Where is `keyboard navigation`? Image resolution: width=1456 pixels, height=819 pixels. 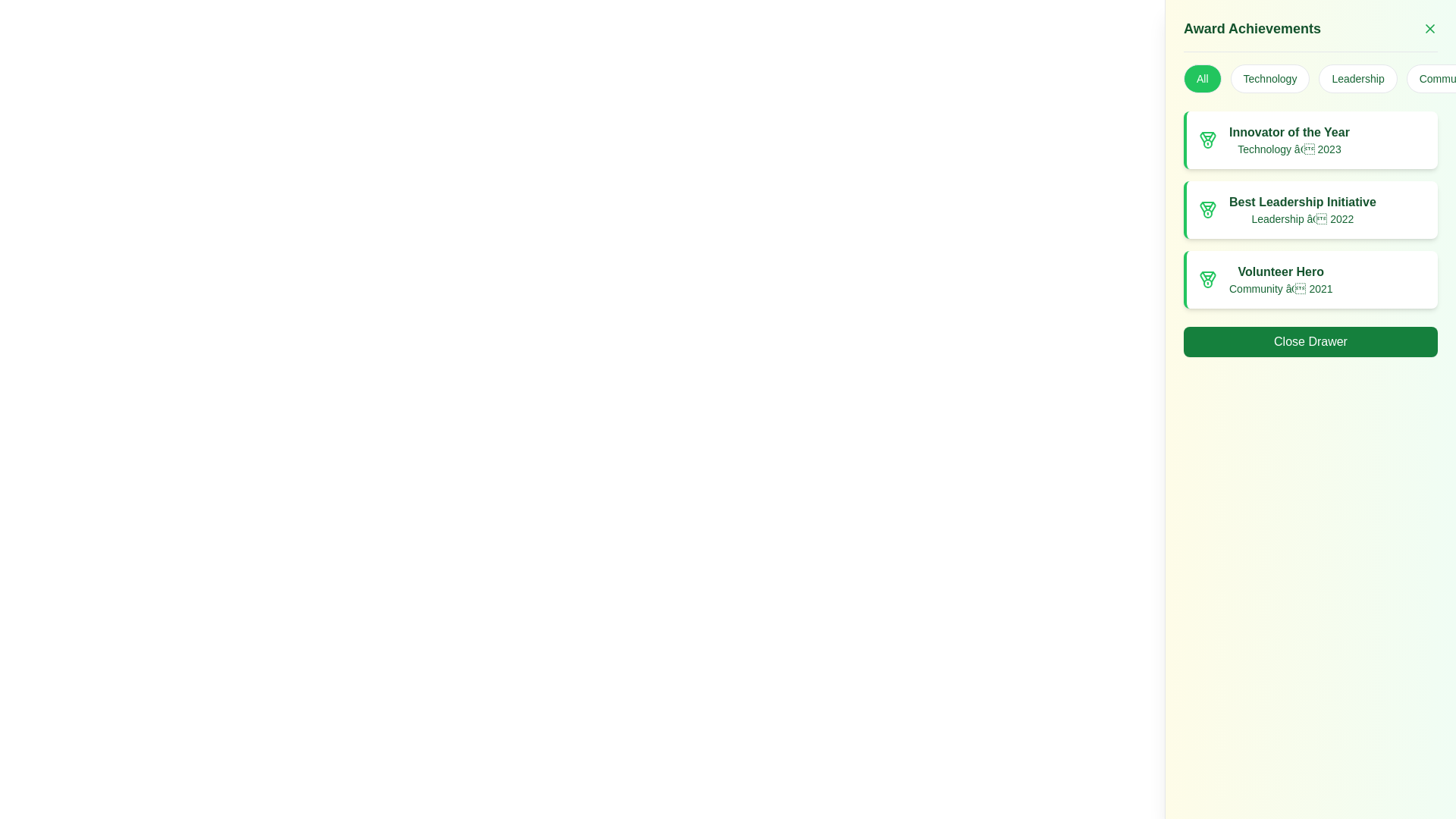 keyboard navigation is located at coordinates (1310, 79).